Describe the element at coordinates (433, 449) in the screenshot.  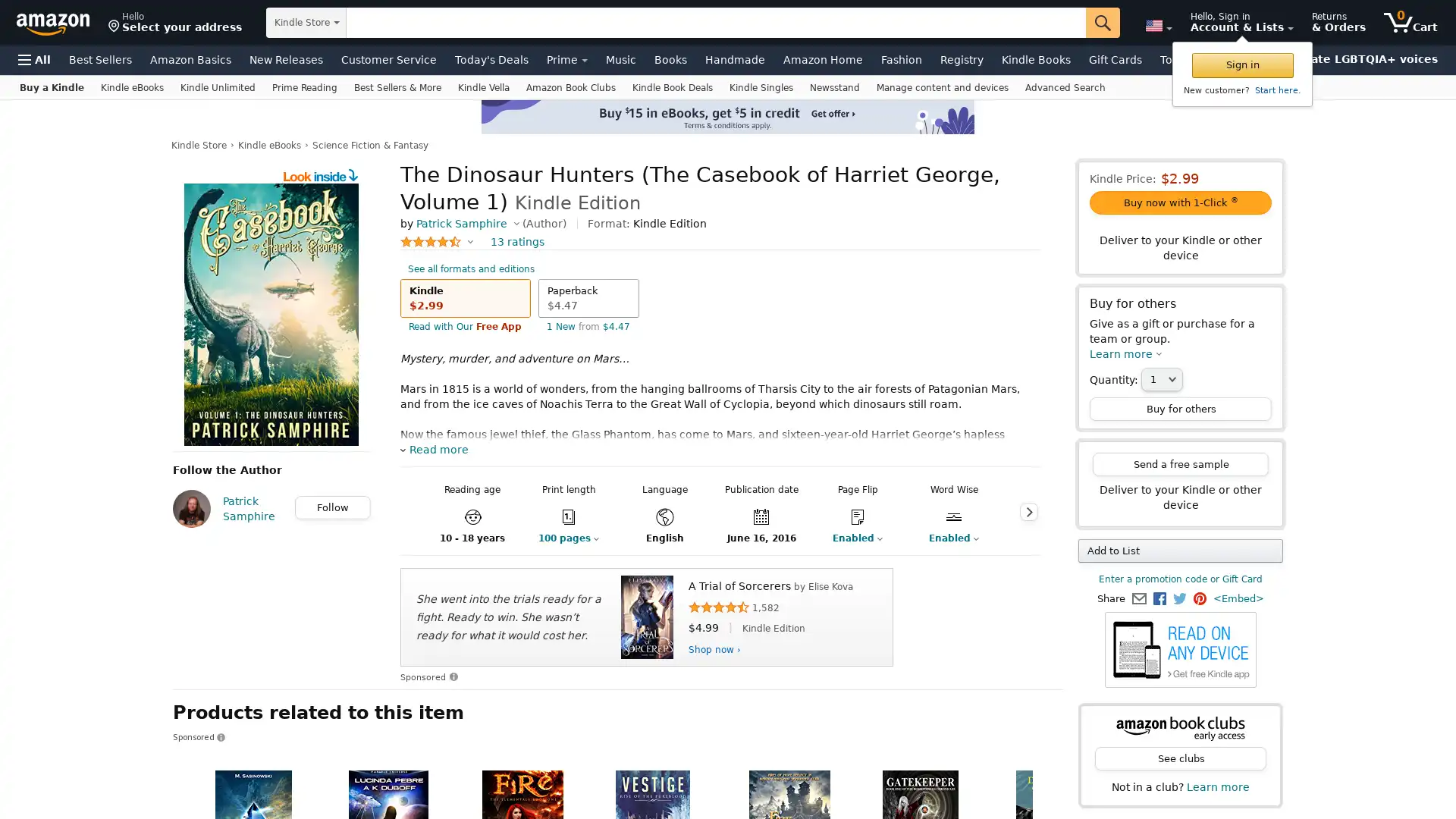
I see `Read more` at that location.